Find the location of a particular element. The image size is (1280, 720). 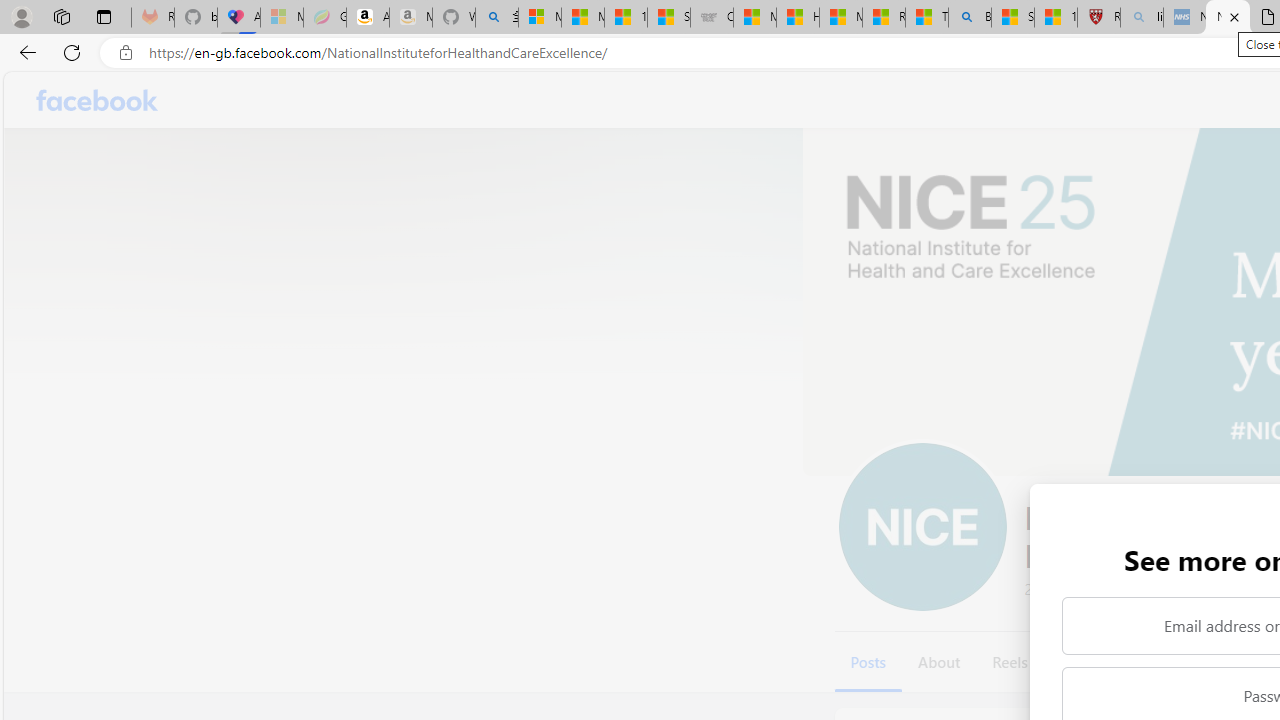

'12 Popular Science Lies that Must be Corrected' is located at coordinates (1055, 17).